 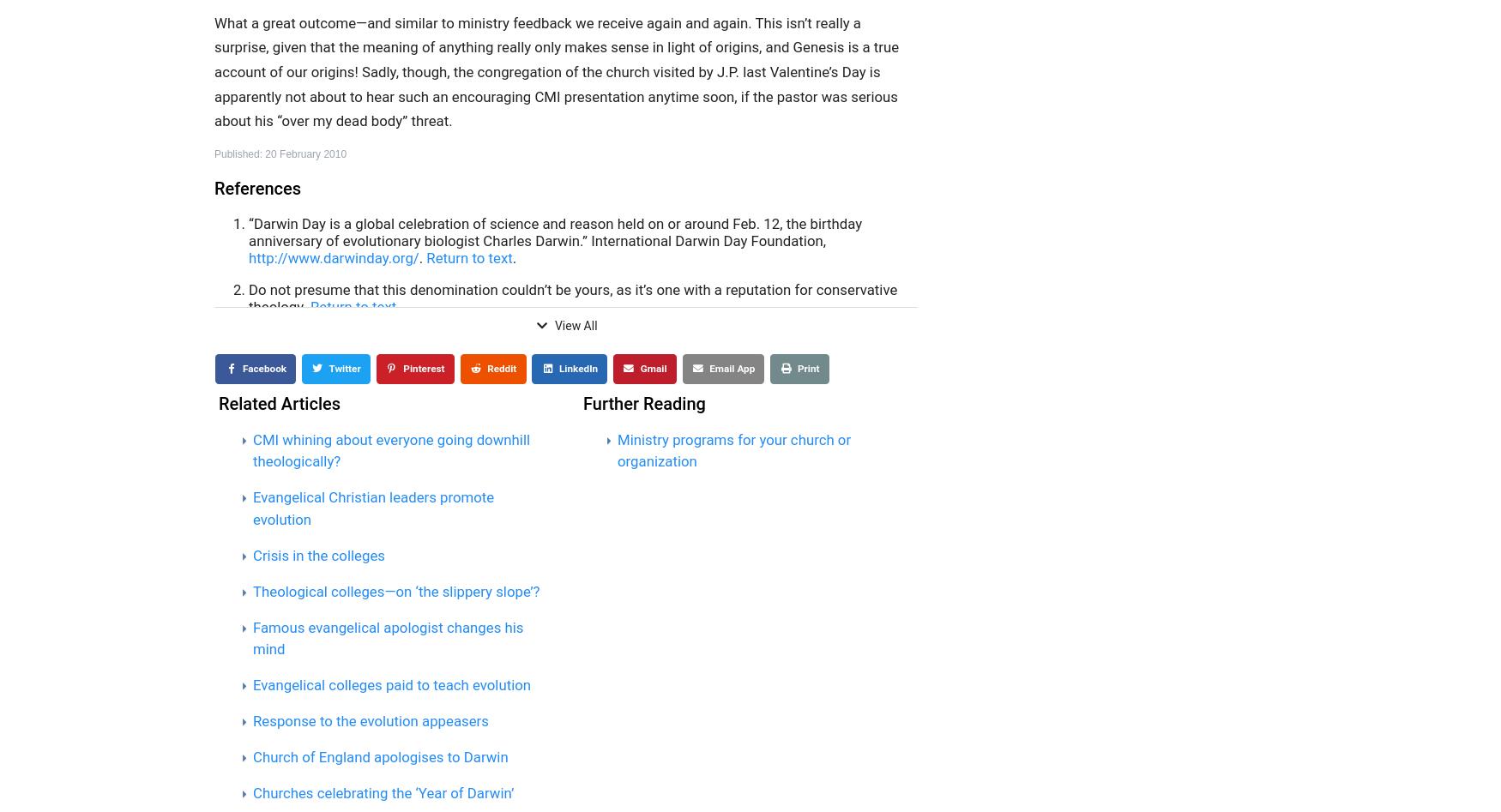 What do you see at coordinates (568, 412) in the screenshot?
I see `'Nearly 12,000 pastors worldwide have now signed up to the
scheme—Evolution Weekend, The Clergy Letter Project,'` at bounding box center [568, 412].